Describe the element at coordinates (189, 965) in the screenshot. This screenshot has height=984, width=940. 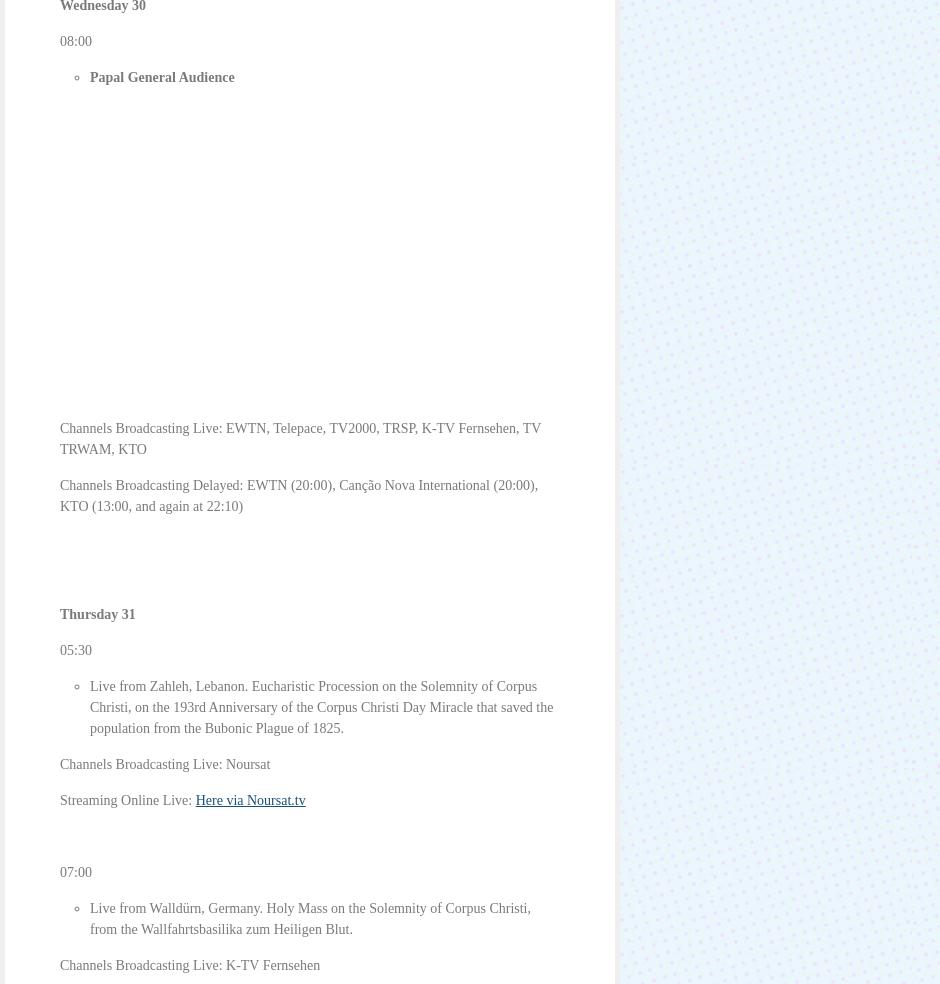
I see `'Channels Broadcasting Live: K-TV Fernsehen'` at that location.